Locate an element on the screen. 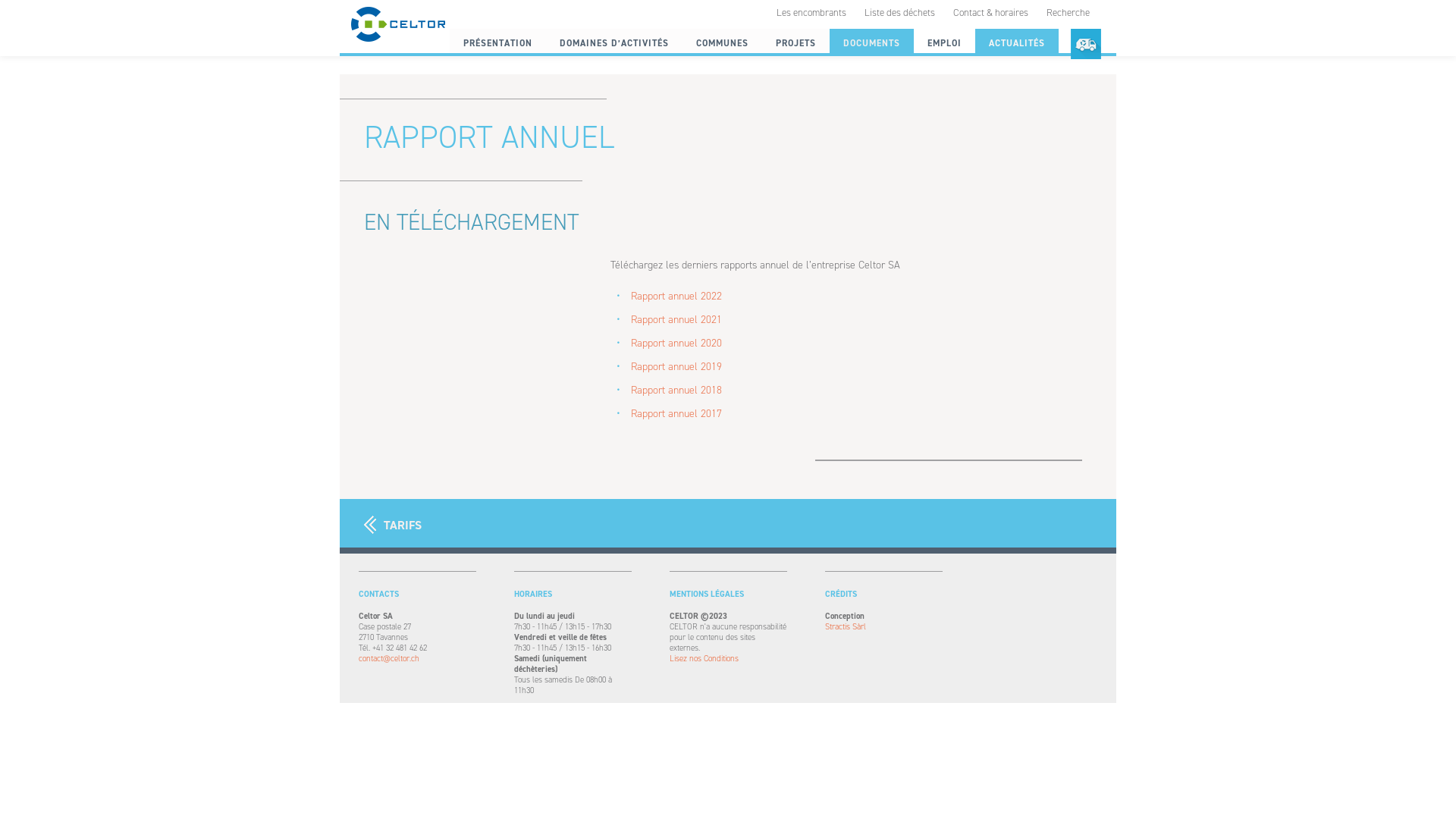 This screenshot has width=1456, height=819. 'EMPLOI' is located at coordinates (943, 42).